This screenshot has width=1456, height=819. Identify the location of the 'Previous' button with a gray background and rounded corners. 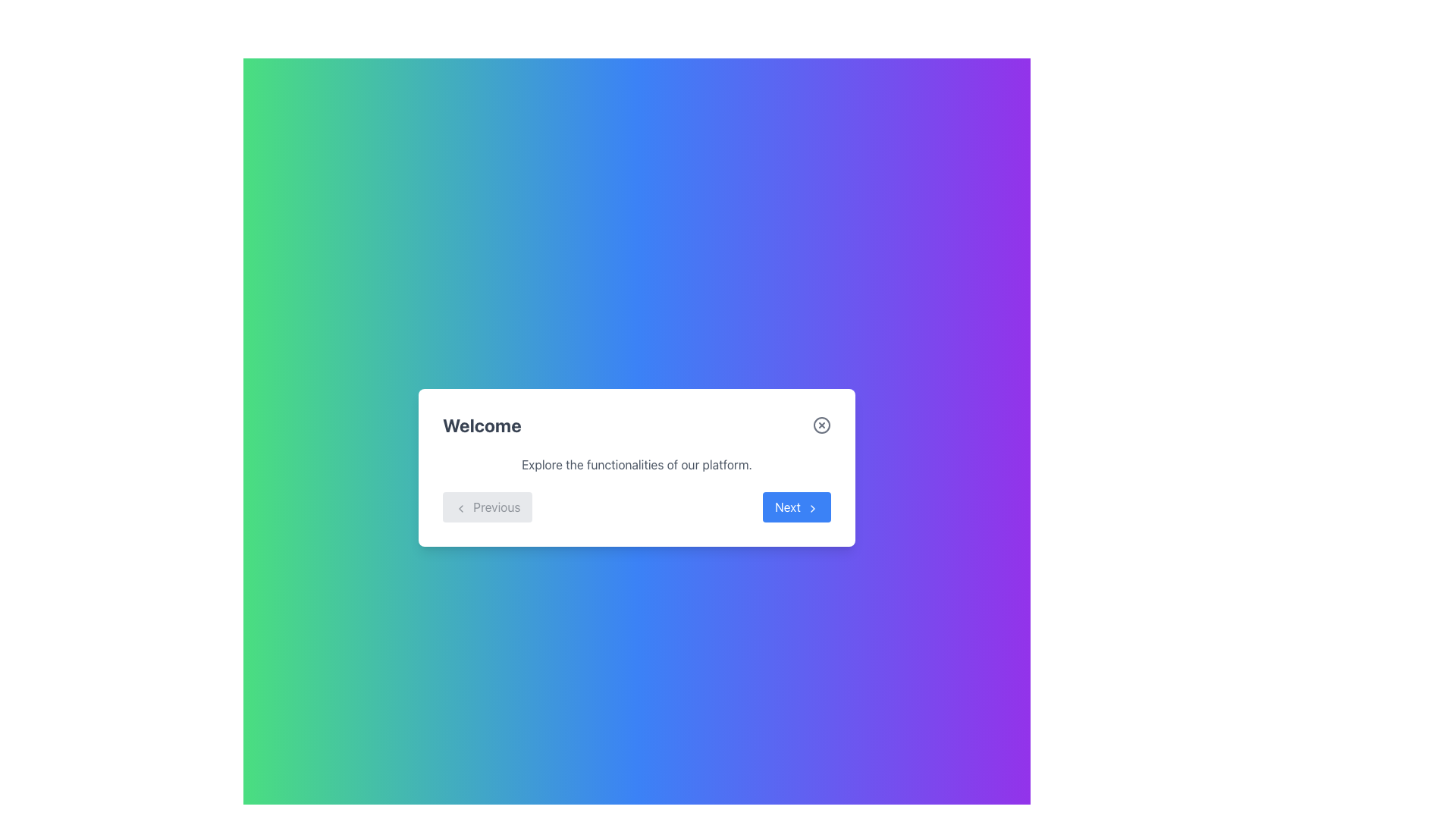
(488, 507).